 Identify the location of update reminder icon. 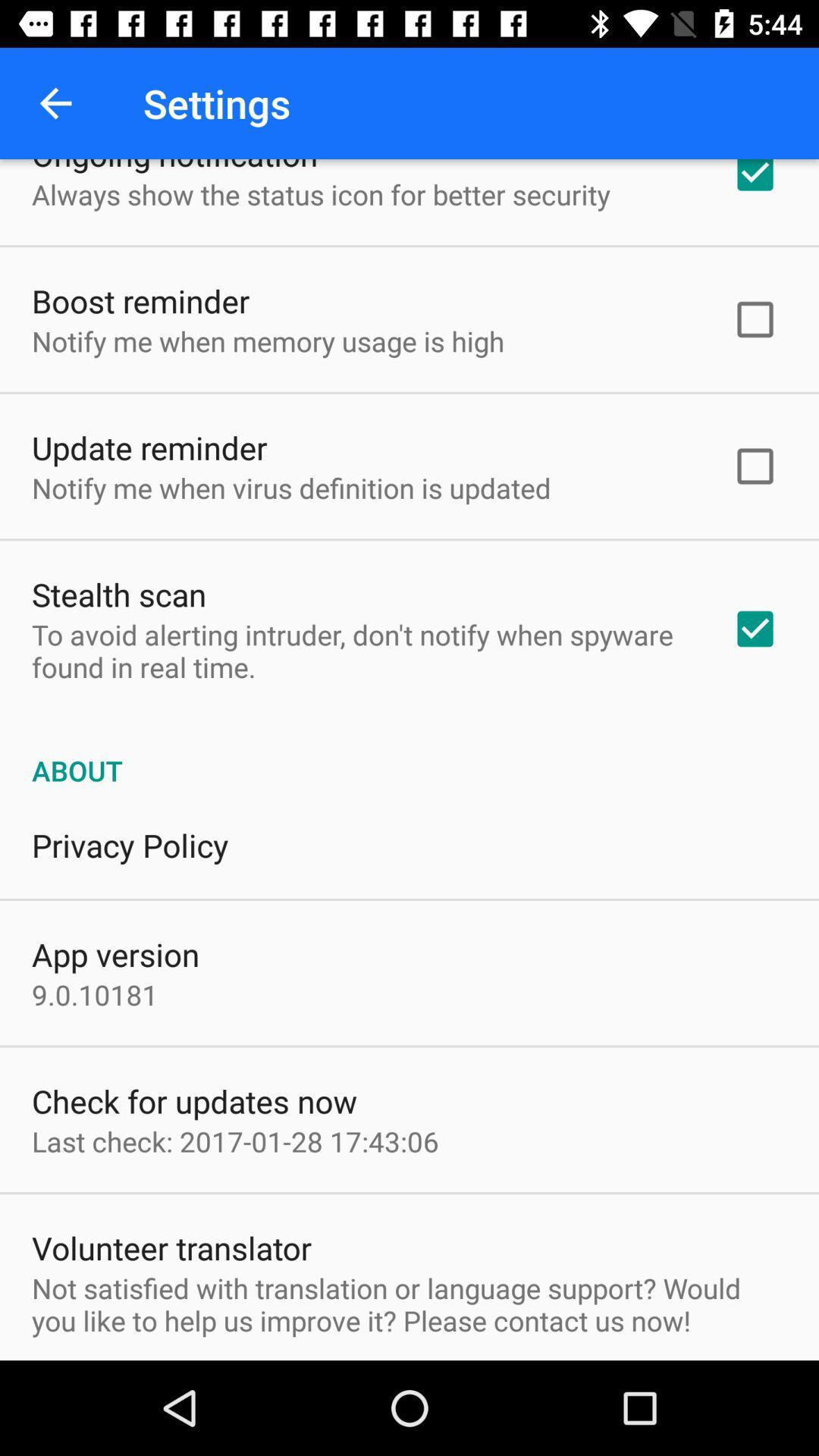
(149, 447).